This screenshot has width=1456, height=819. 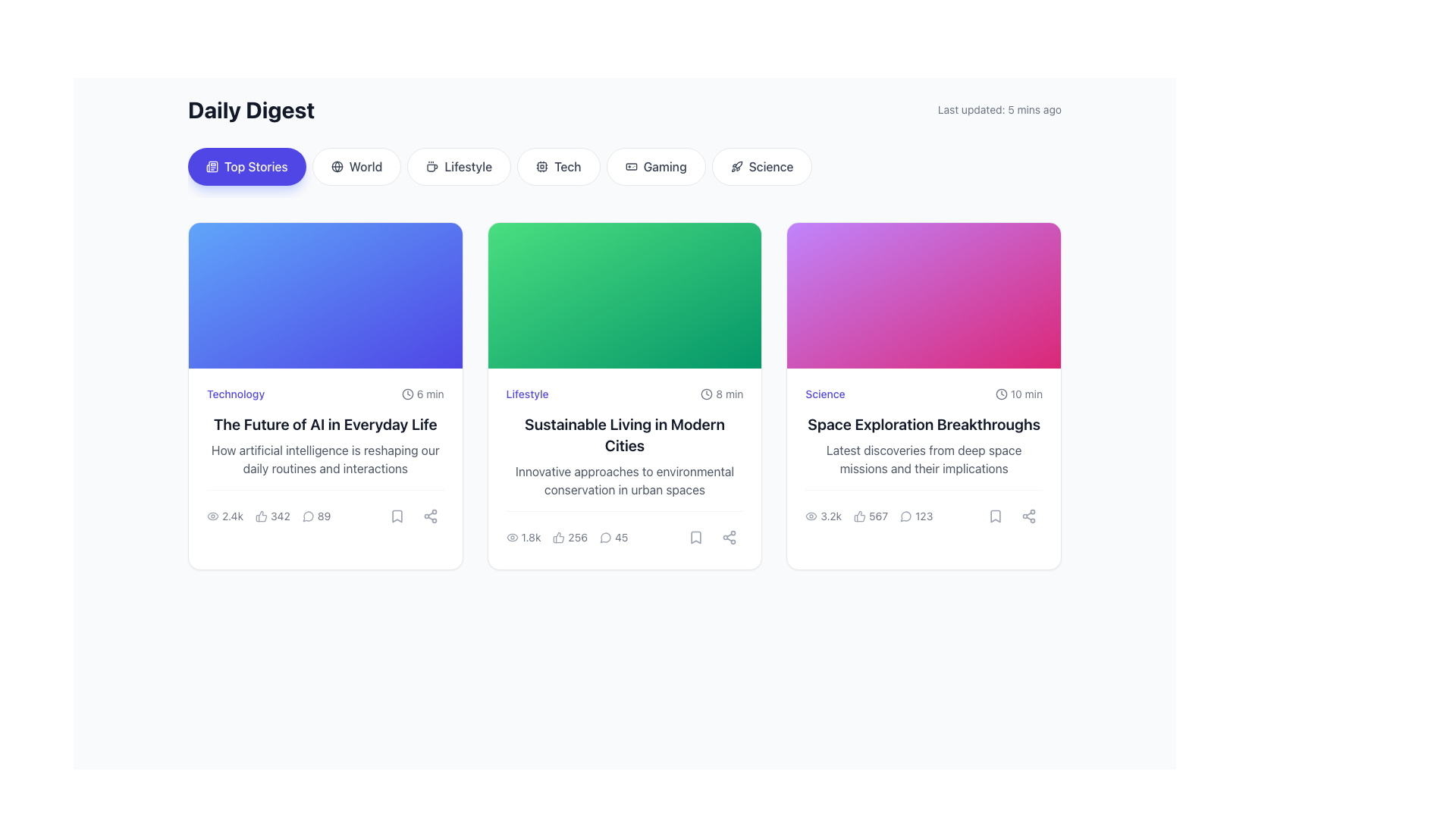 What do you see at coordinates (625, 530) in the screenshot?
I see `the static text element displaying the comment count '45' with a speech bubble icon, located in the card titled 'Sustainable Living in Modern Cities'` at bounding box center [625, 530].